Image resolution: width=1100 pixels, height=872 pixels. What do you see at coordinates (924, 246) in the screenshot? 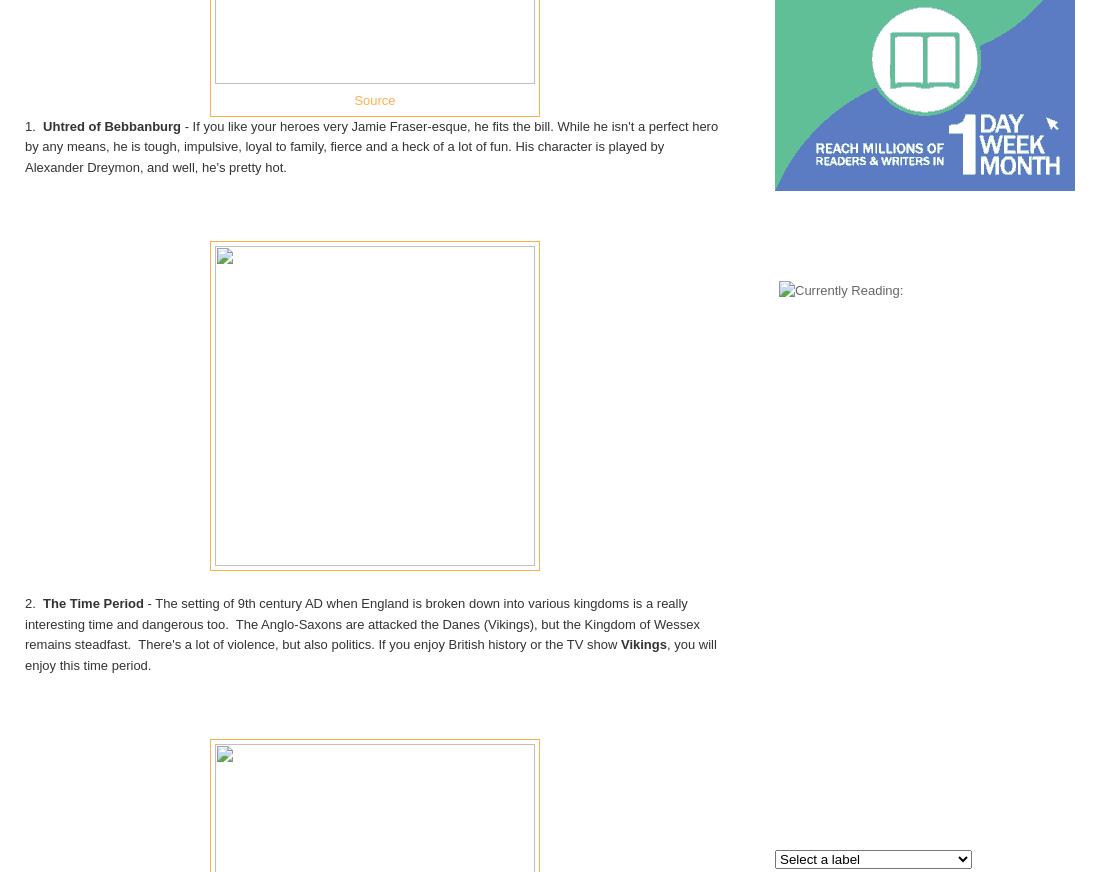
I see `'Currently Reading:'` at bounding box center [924, 246].